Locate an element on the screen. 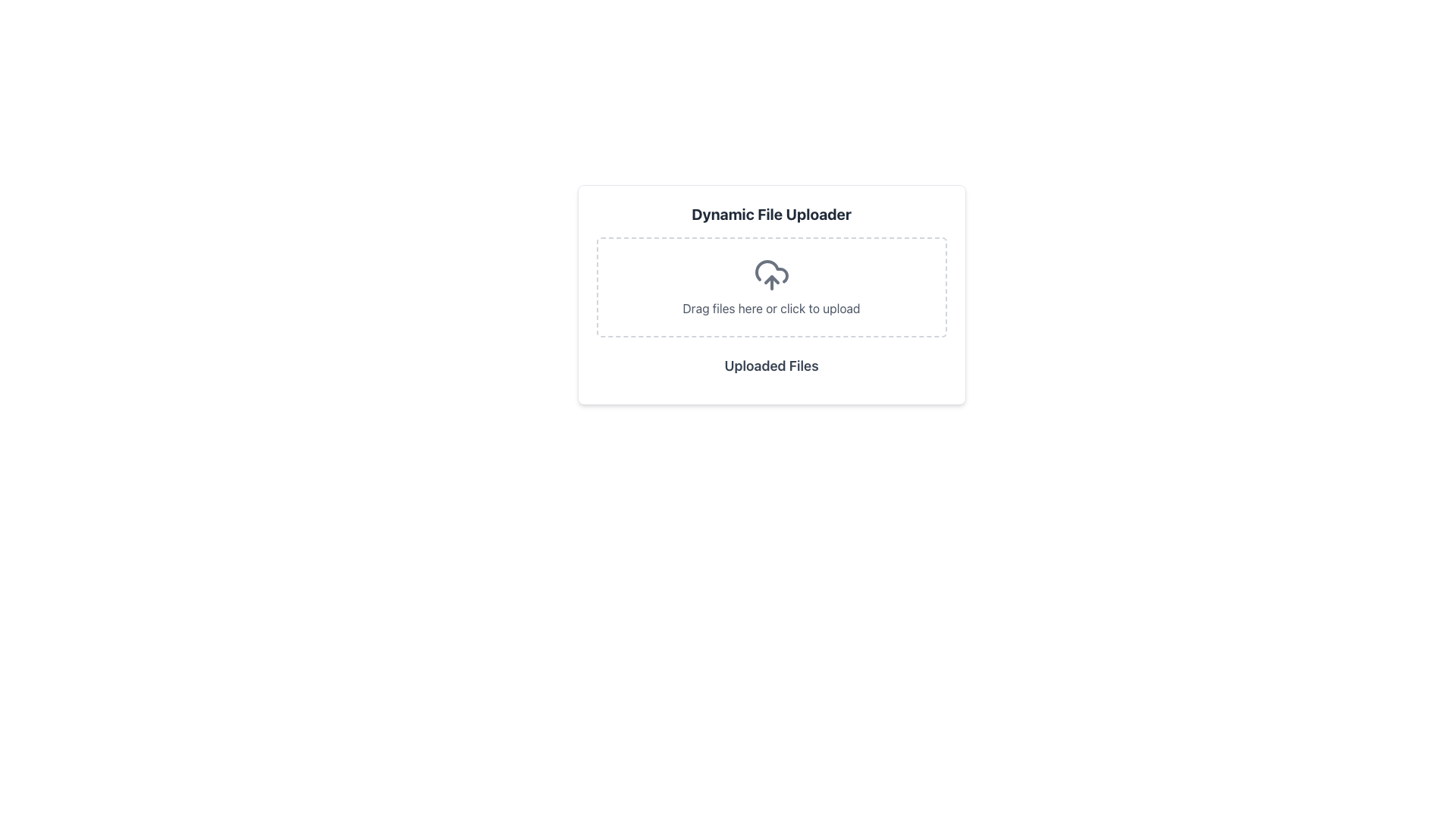 The width and height of the screenshot is (1456, 819). the vector graphic that forms the rounded part of the cloud upload icon, located in the top-center region of the upload area, above the text 'Drag files here or click to upload.' is located at coordinates (771, 271).